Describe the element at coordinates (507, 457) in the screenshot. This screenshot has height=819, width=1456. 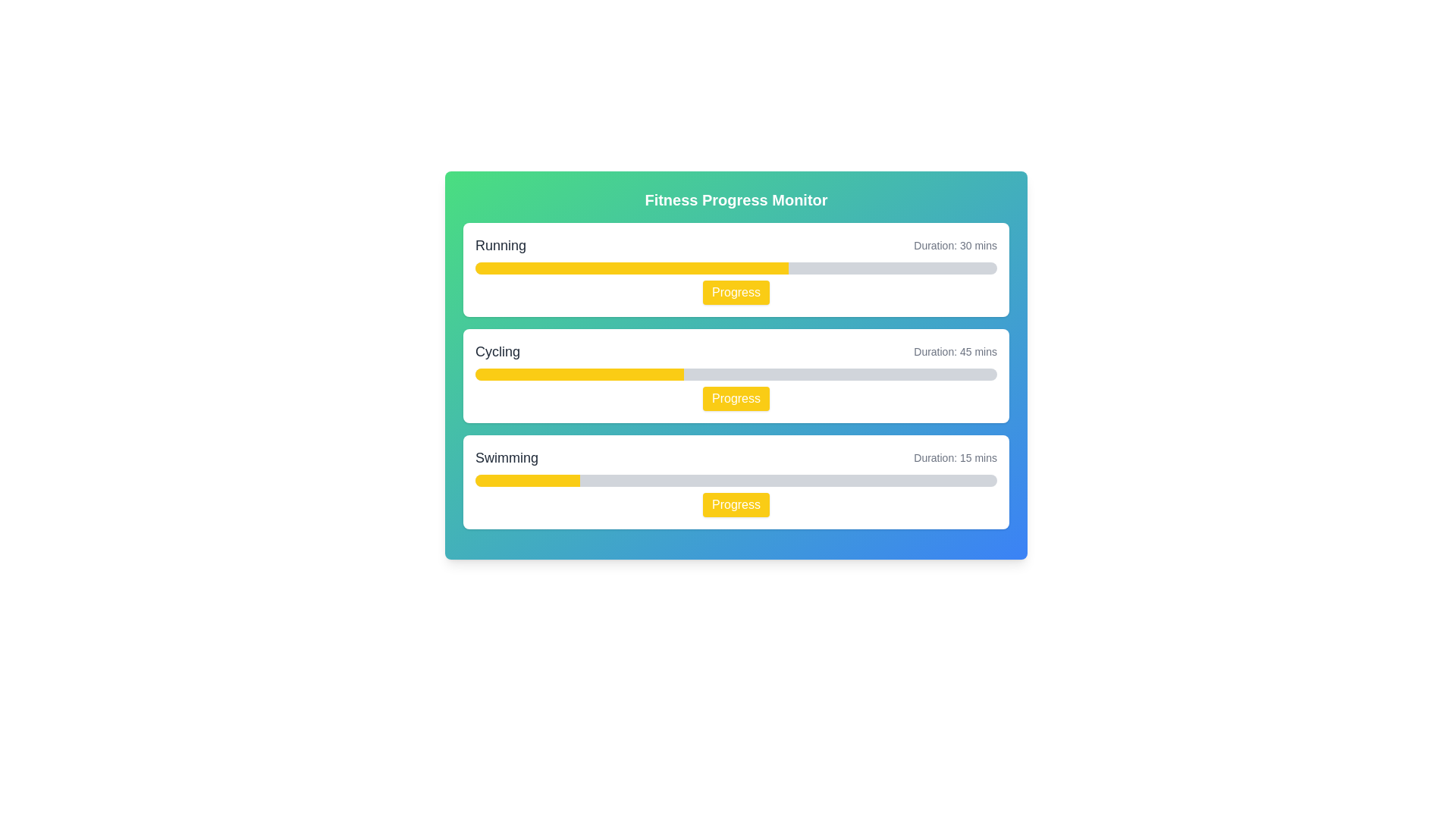
I see `text label displaying 'Swimming' which is located at the upper-left corner of the third activity block card` at that location.